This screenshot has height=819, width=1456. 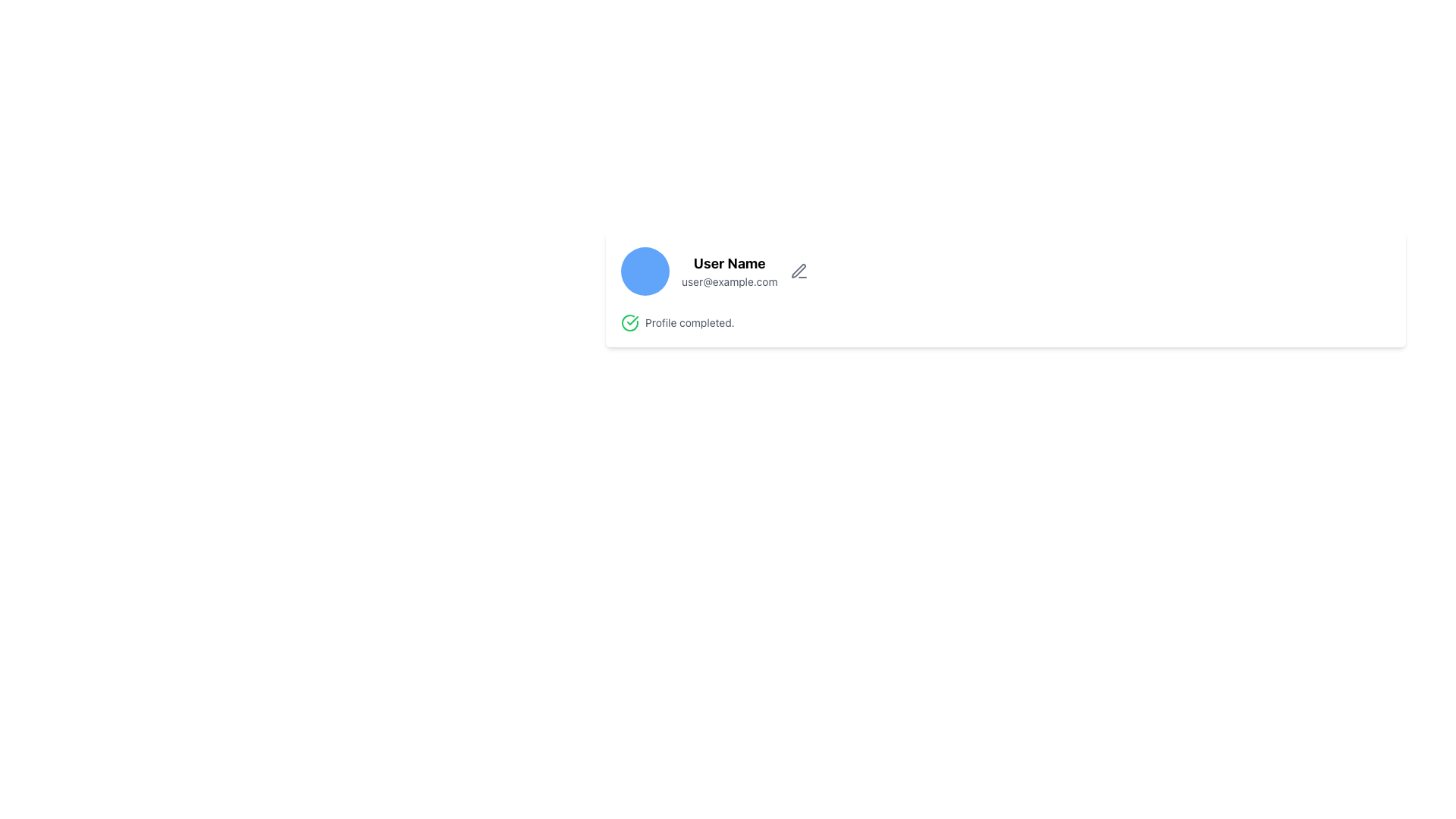 I want to click on the label displaying the user's name and email address, located near the top-right of the profile information panel, between the circular avatar and the edit icon, so click(x=730, y=271).